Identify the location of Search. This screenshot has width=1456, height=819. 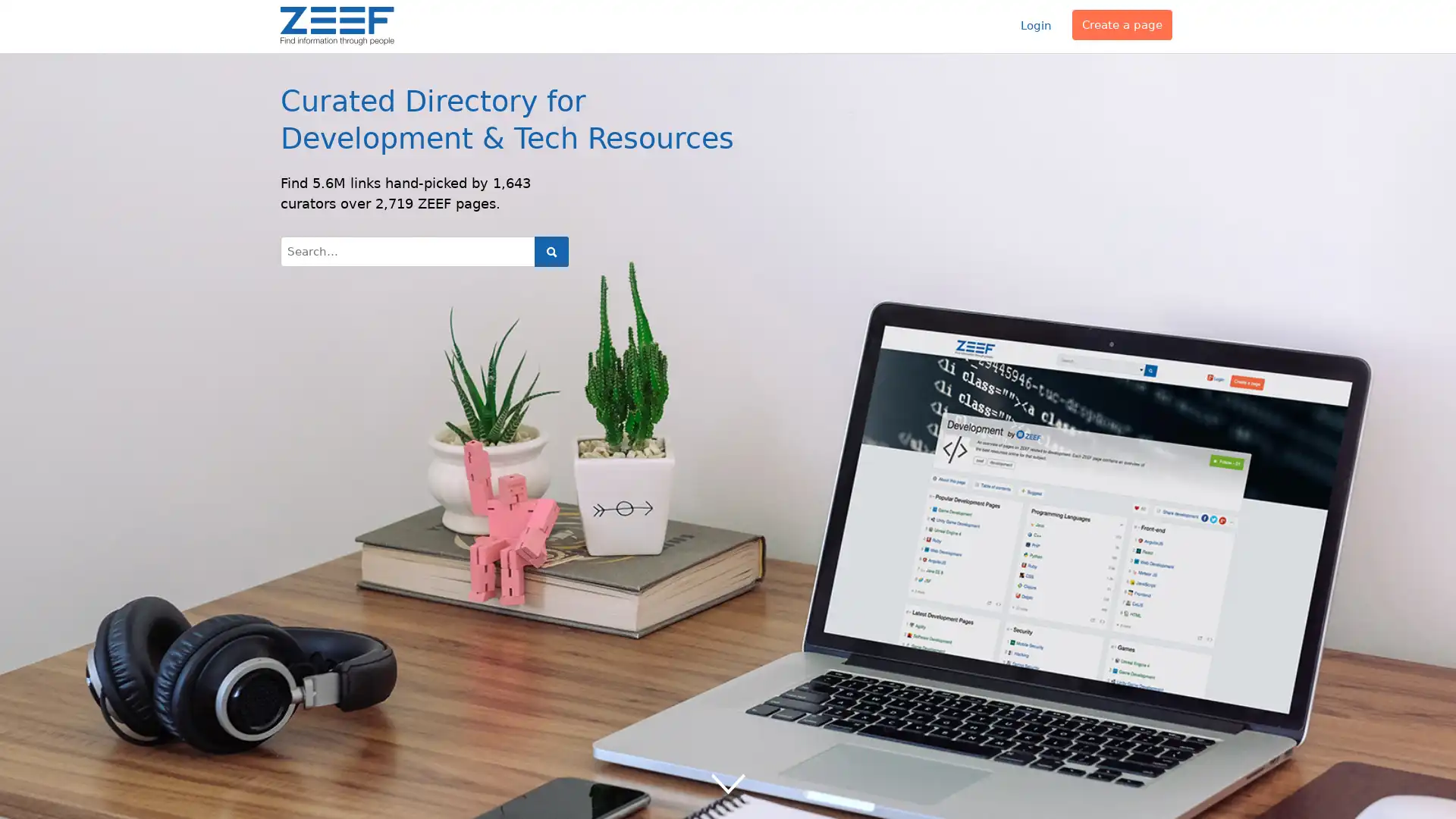
(551, 250).